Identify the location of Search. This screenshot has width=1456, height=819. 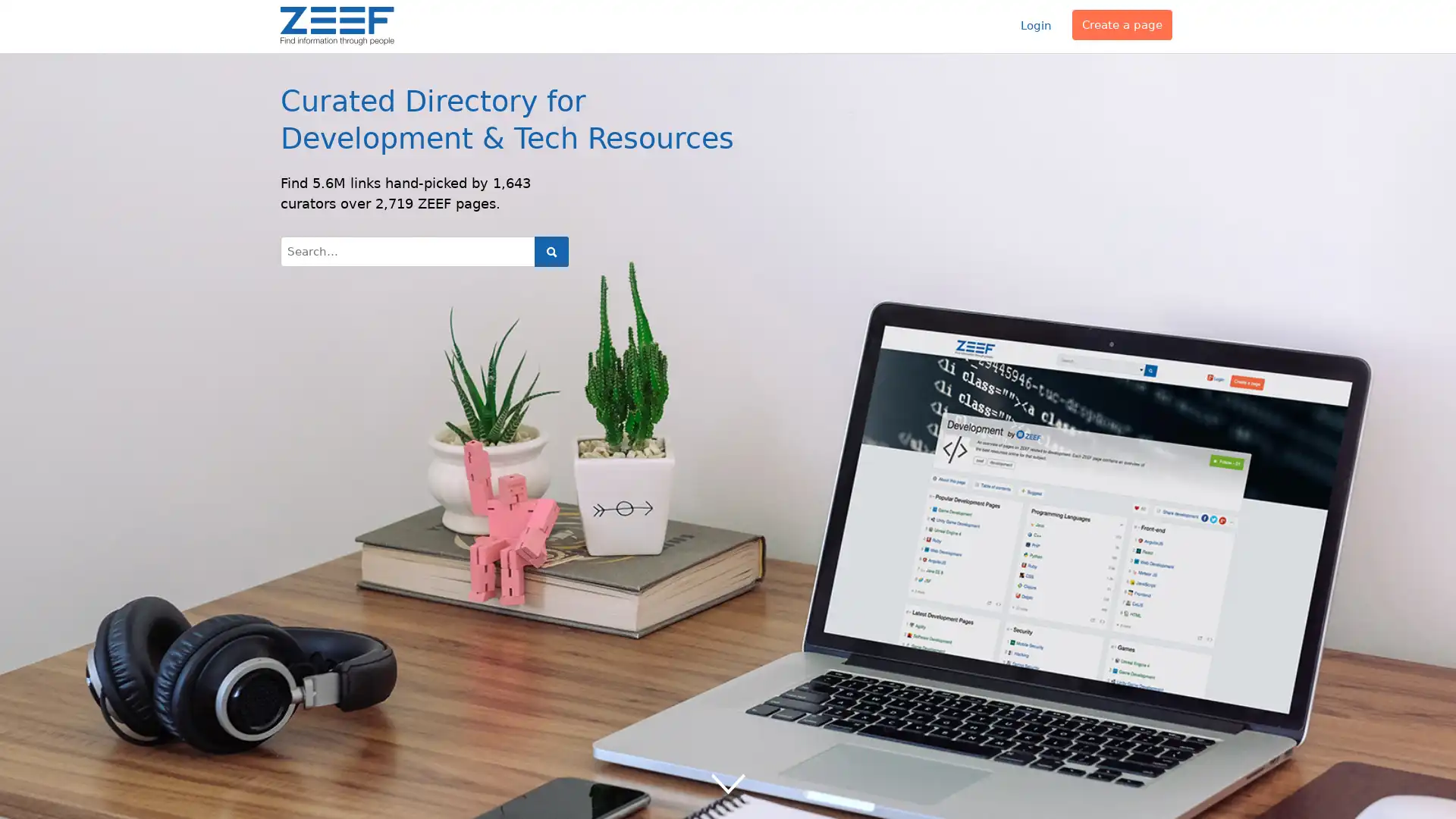
(551, 250).